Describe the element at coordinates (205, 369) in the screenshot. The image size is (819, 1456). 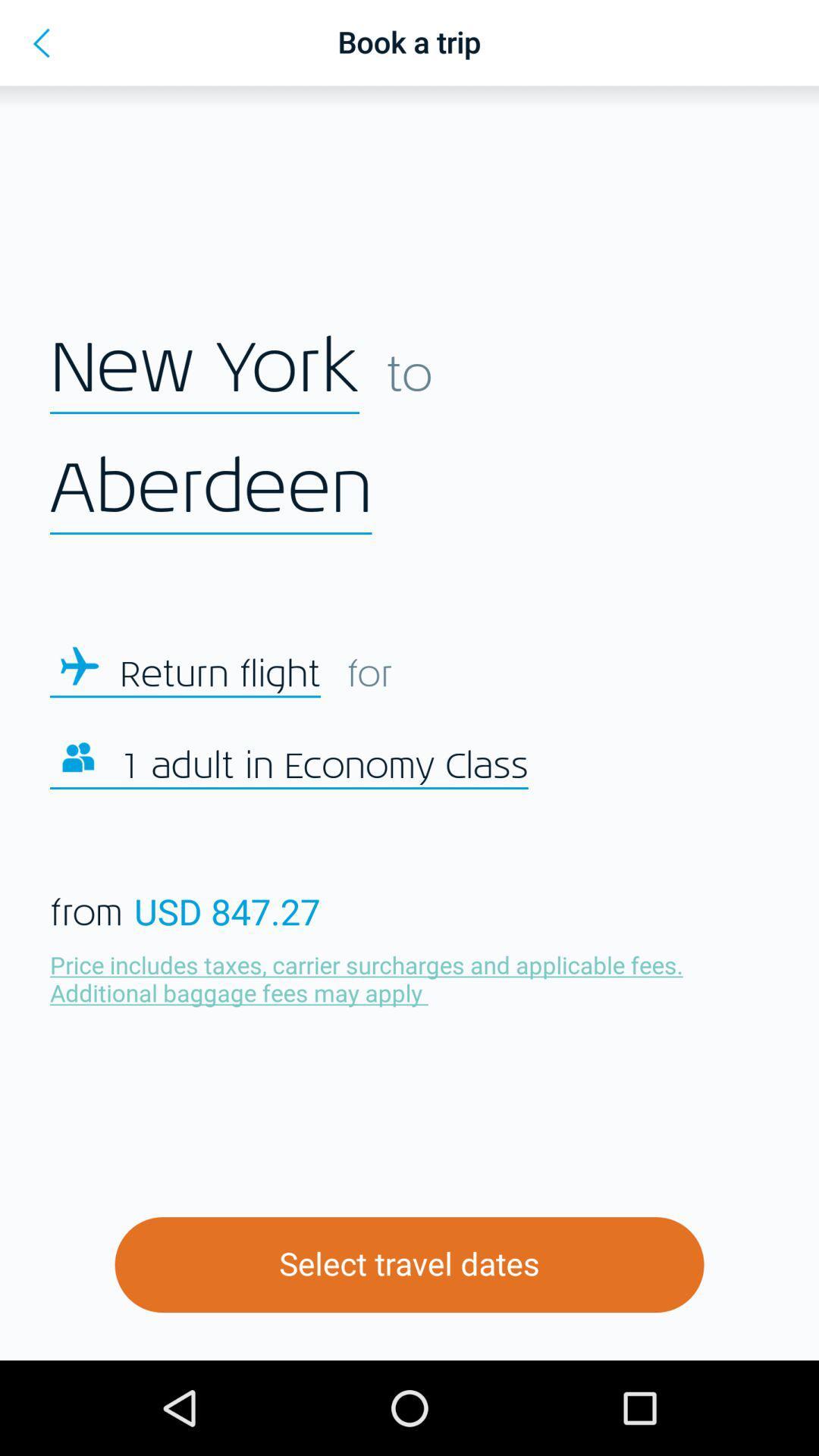
I see `item next to the to icon` at that location.